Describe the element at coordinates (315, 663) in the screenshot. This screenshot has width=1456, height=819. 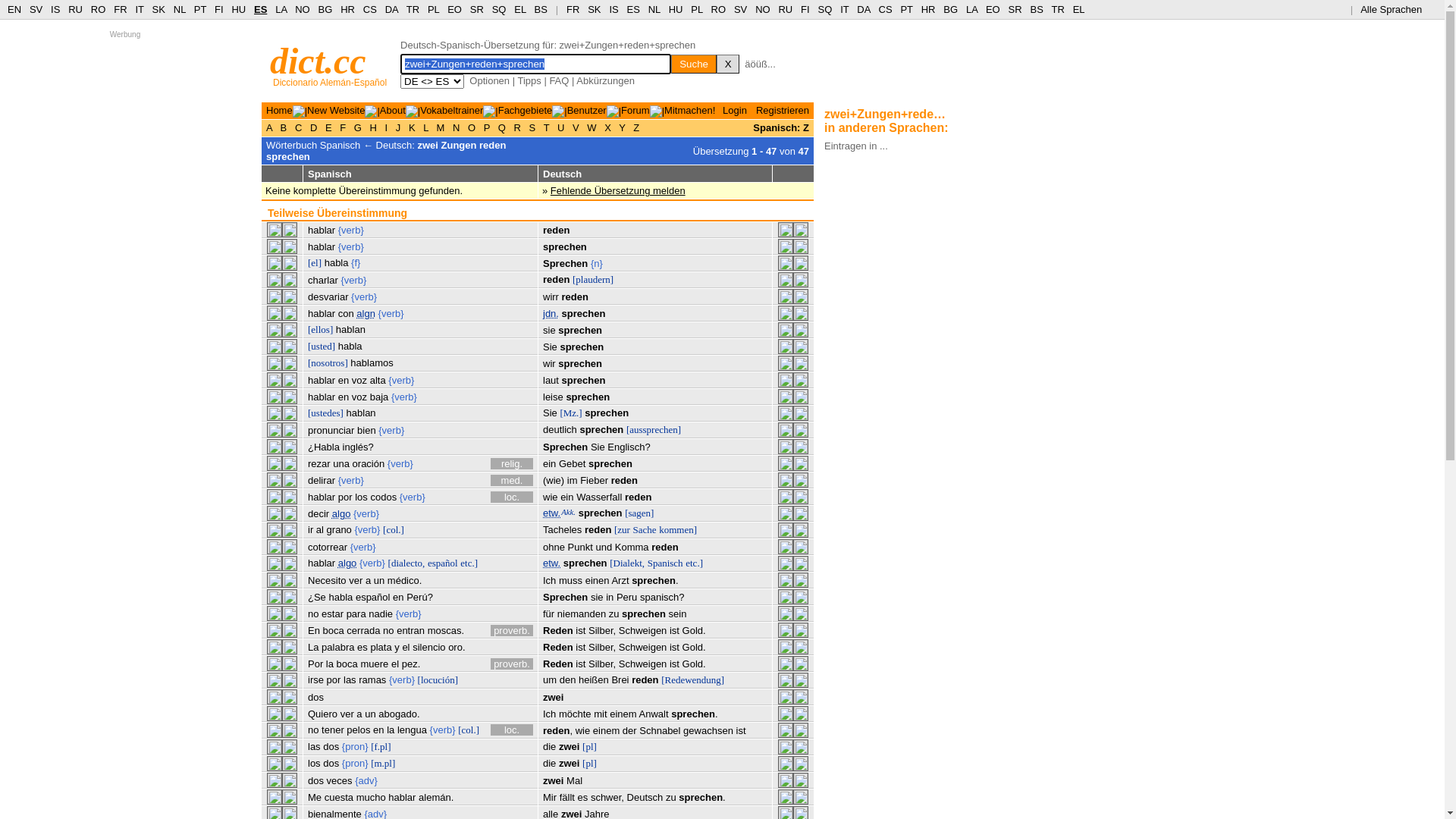
I see `'Por'` at that location.